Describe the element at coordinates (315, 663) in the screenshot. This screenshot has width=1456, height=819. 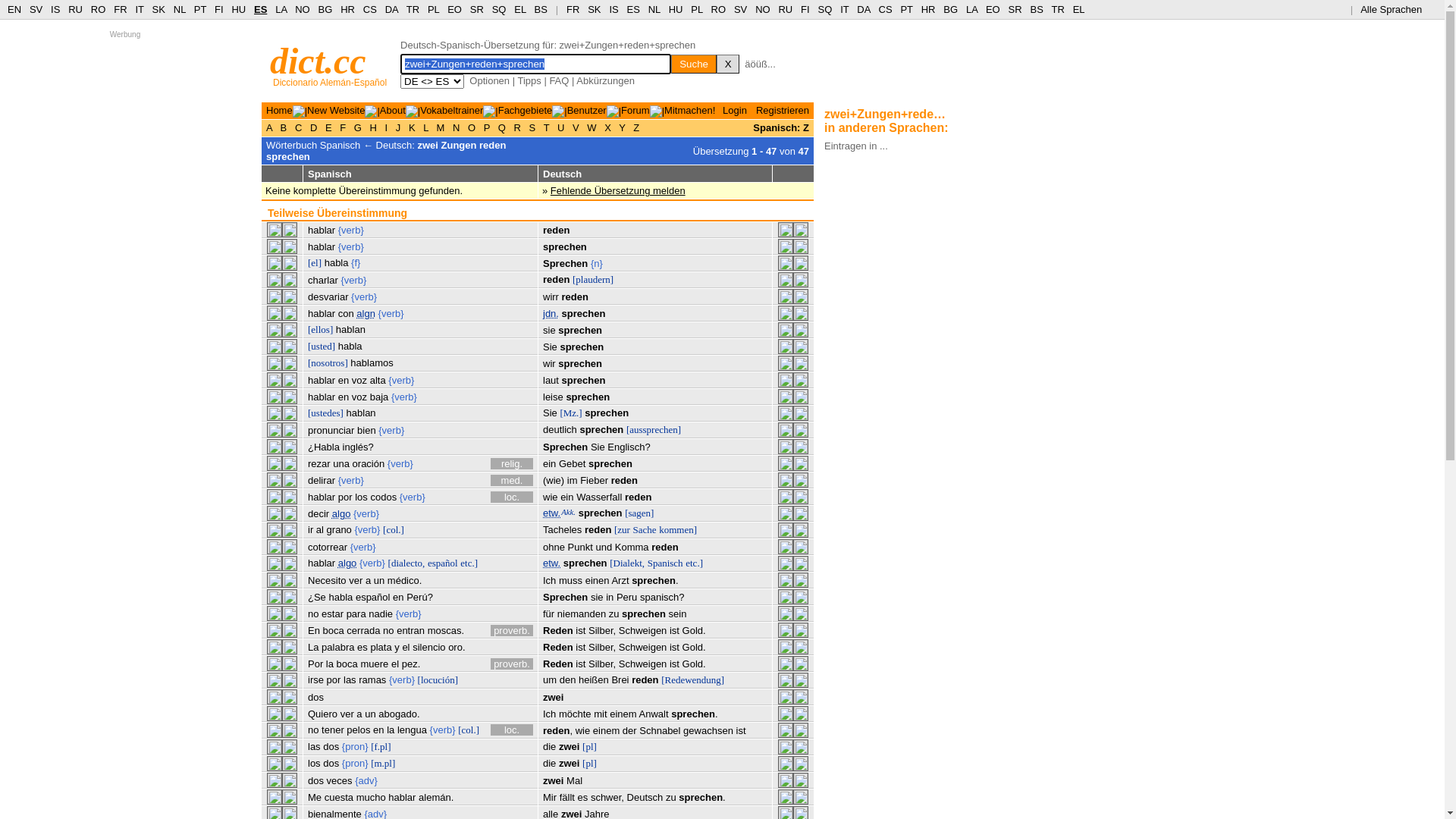
I see `'Por'` at that location.